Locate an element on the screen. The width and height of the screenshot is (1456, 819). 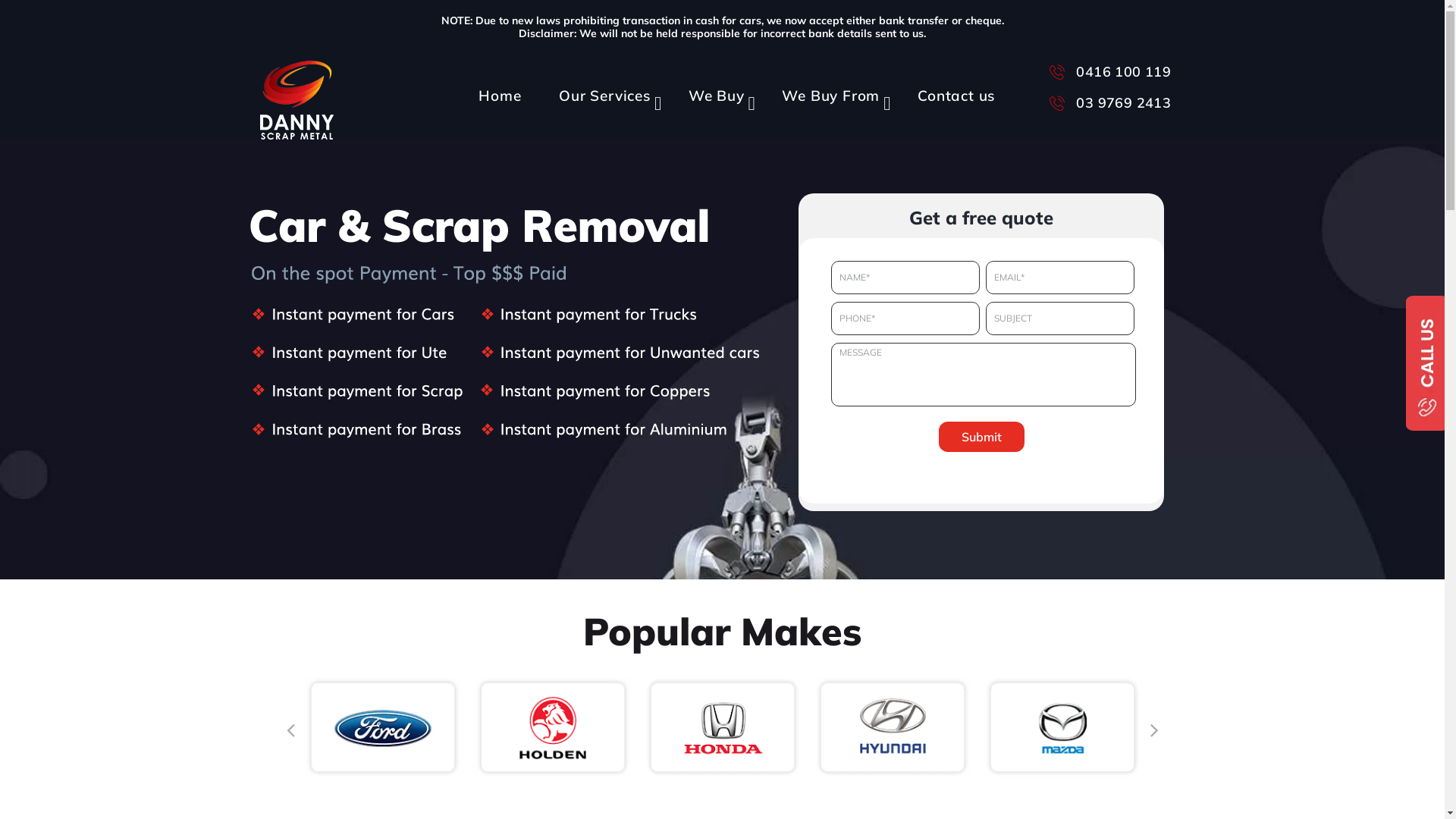
'Contact us' is located at coordinates (952, 87).